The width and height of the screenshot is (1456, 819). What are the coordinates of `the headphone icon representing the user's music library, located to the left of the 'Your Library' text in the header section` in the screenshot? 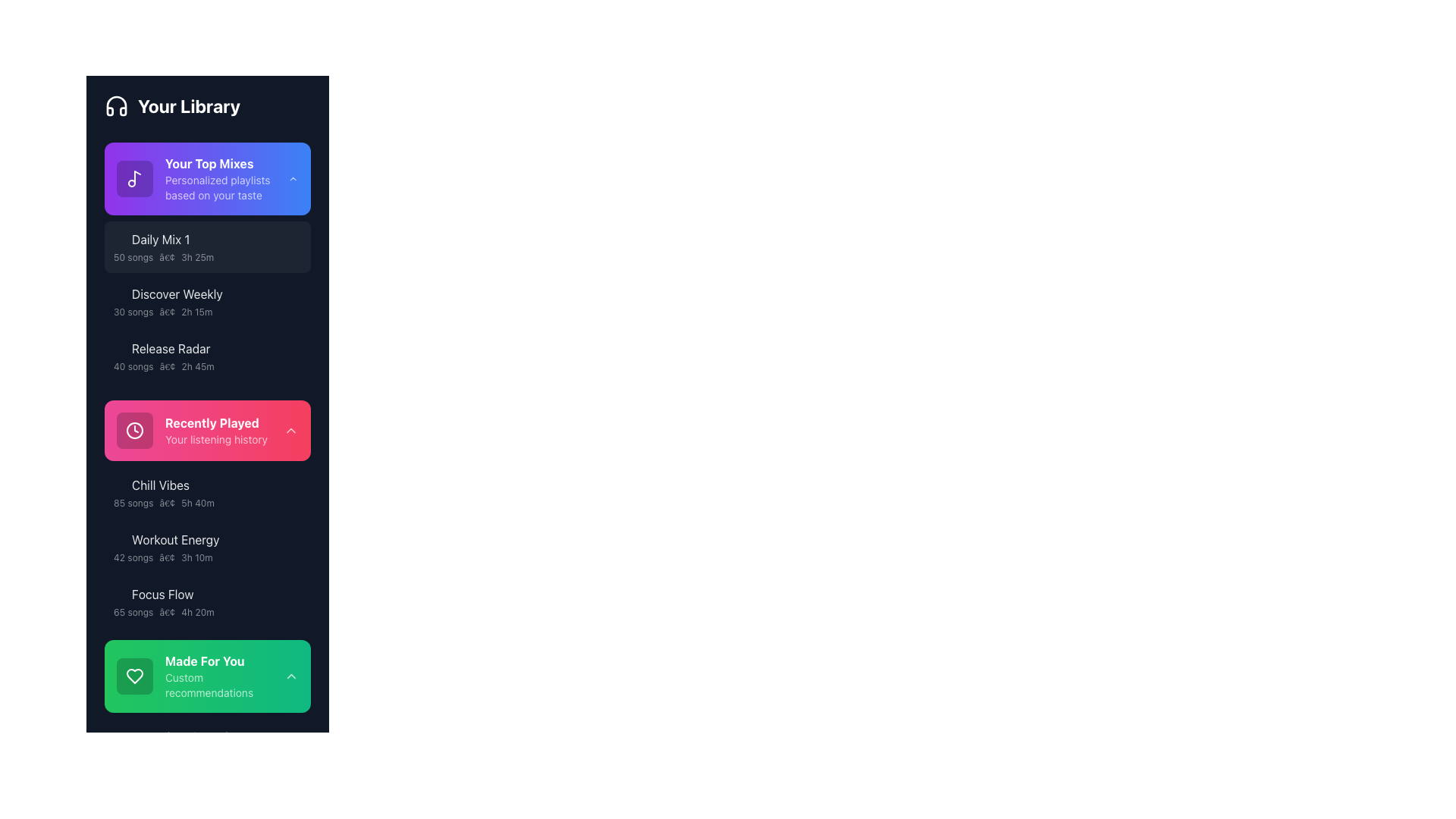 It's located at (115, 105).